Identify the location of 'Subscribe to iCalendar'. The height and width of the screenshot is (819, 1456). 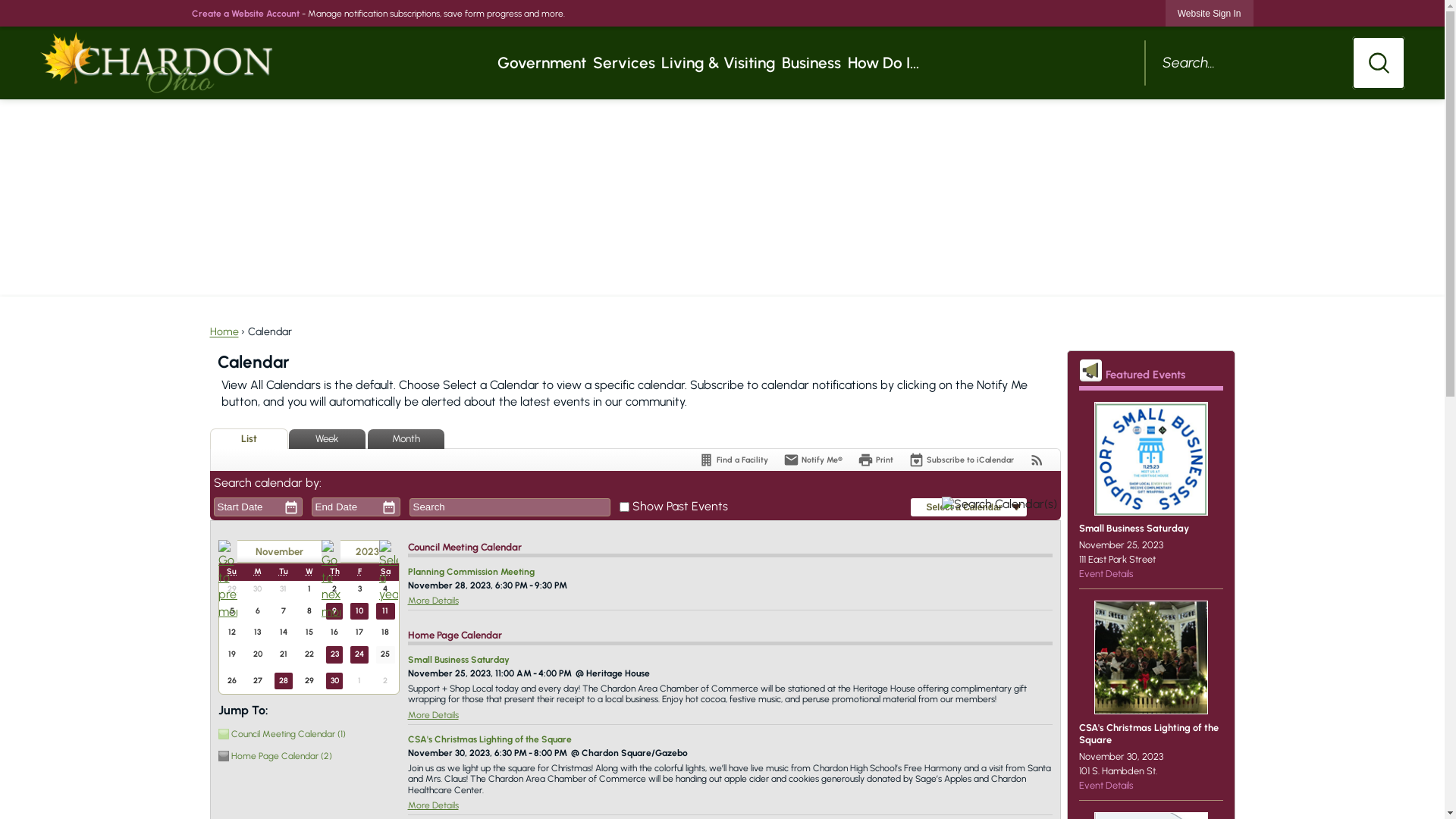
(960, 459).